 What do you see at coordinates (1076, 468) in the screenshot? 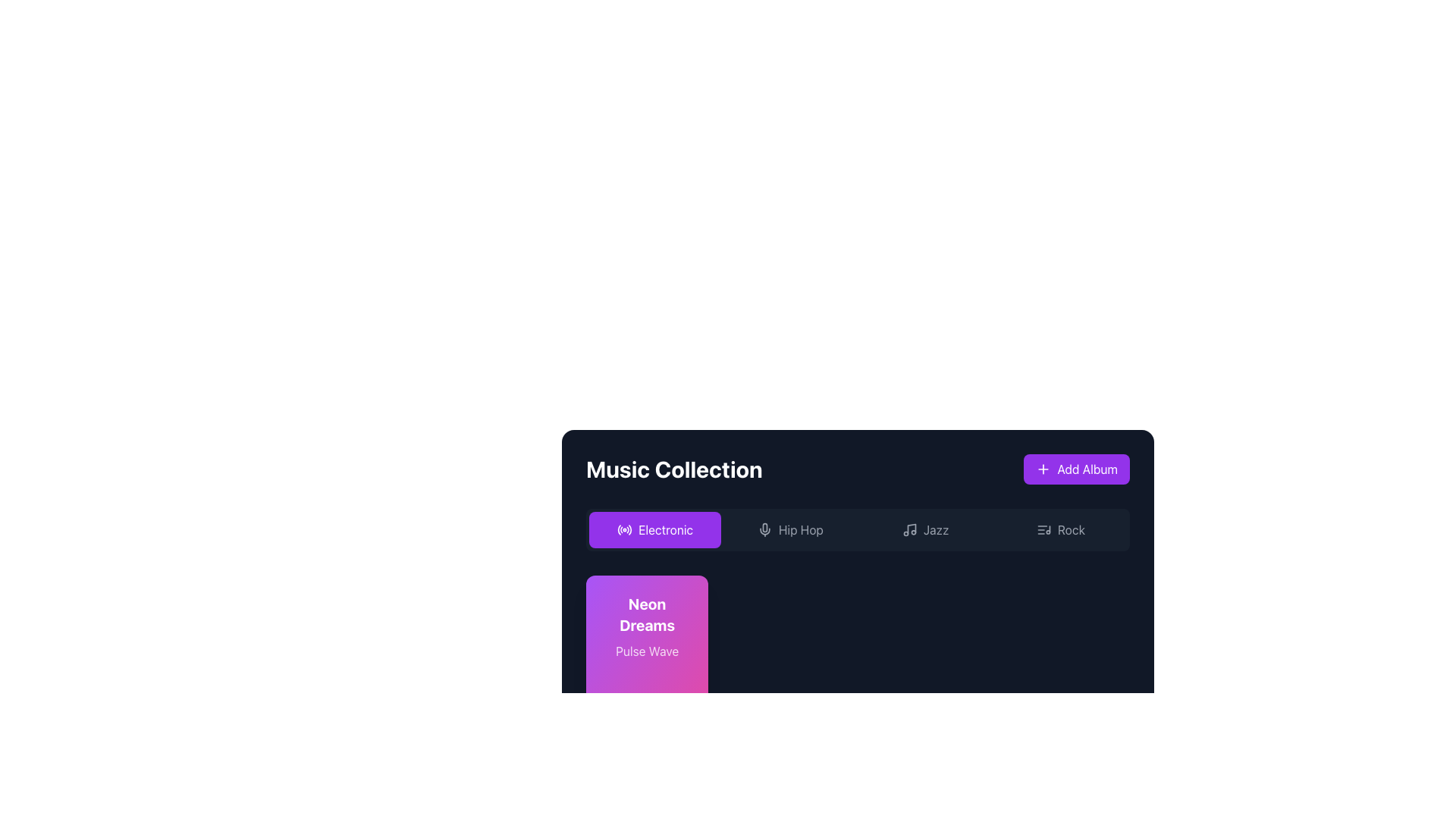
I see `the button located at the top right of the visible card section, adjacent to the text 'Music Collection'` at bounding box center [1076, 468].